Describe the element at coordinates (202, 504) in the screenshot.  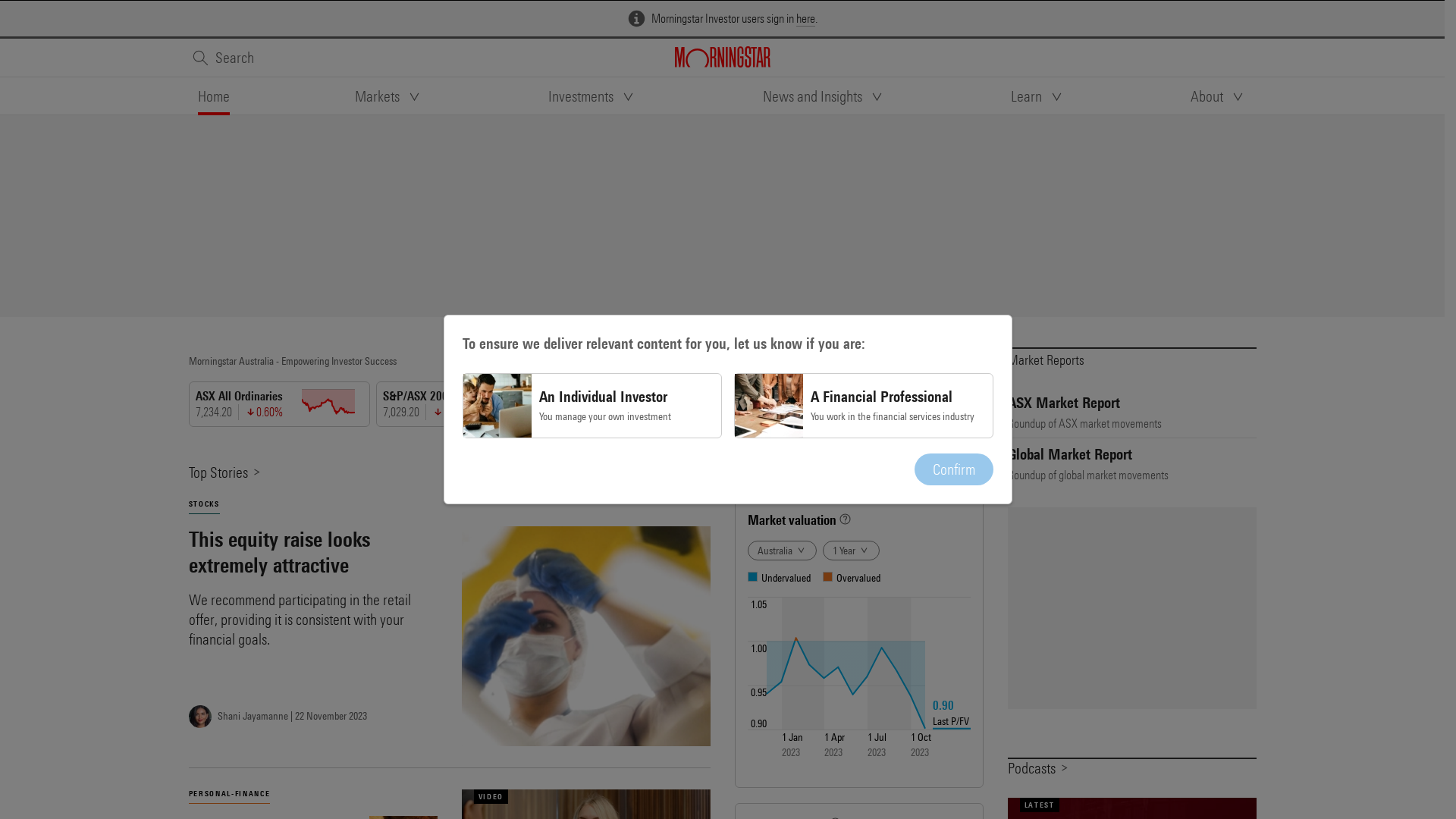
I see `'STOCKS'` at that location.